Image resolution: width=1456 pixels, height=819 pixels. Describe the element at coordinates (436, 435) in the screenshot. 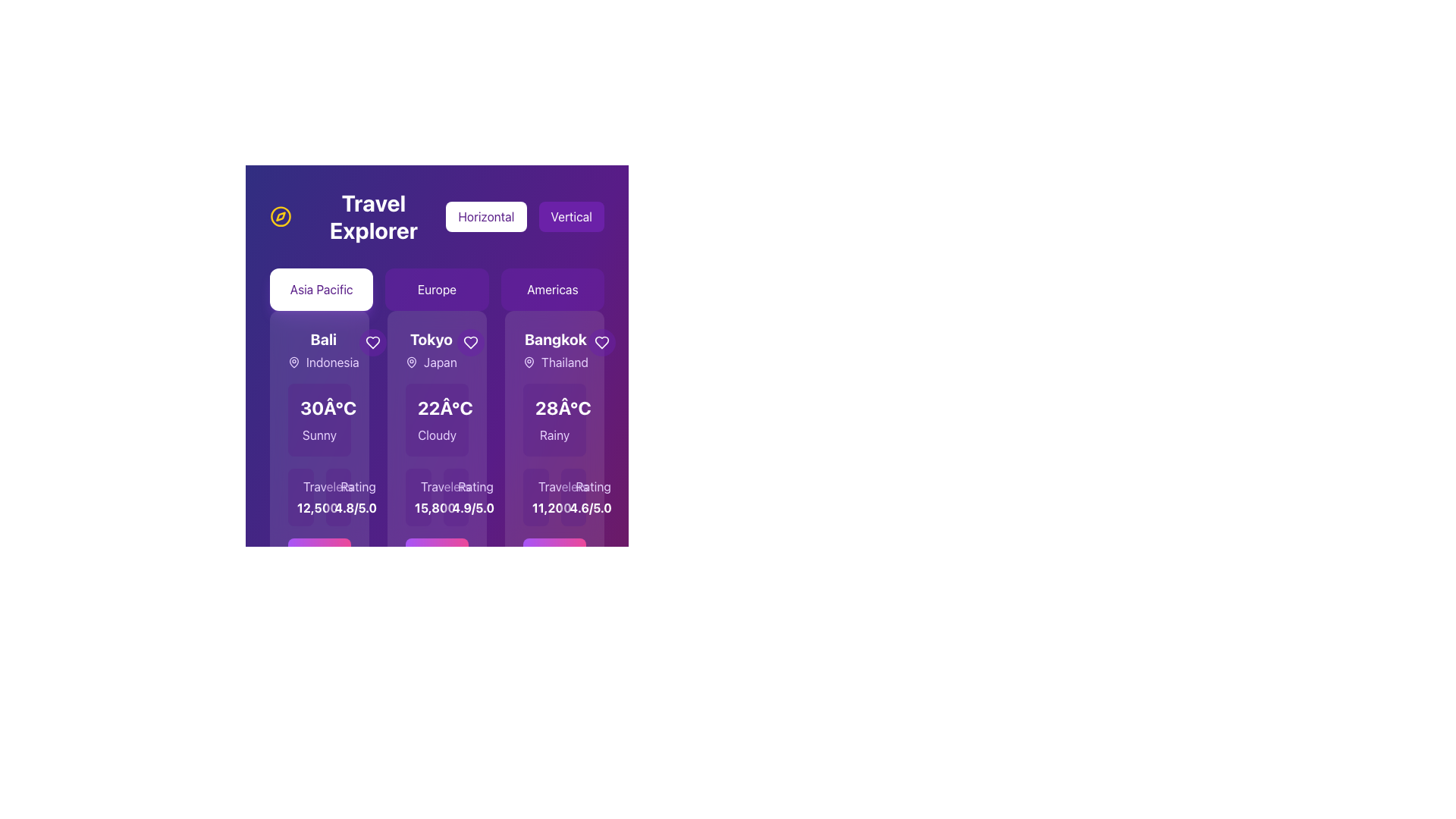

I see `text label that provides descriptive information about the weather condition in Tokyo, located beneath the '22°C' temperature information on the weather card in the 'Europe' section` at that location.